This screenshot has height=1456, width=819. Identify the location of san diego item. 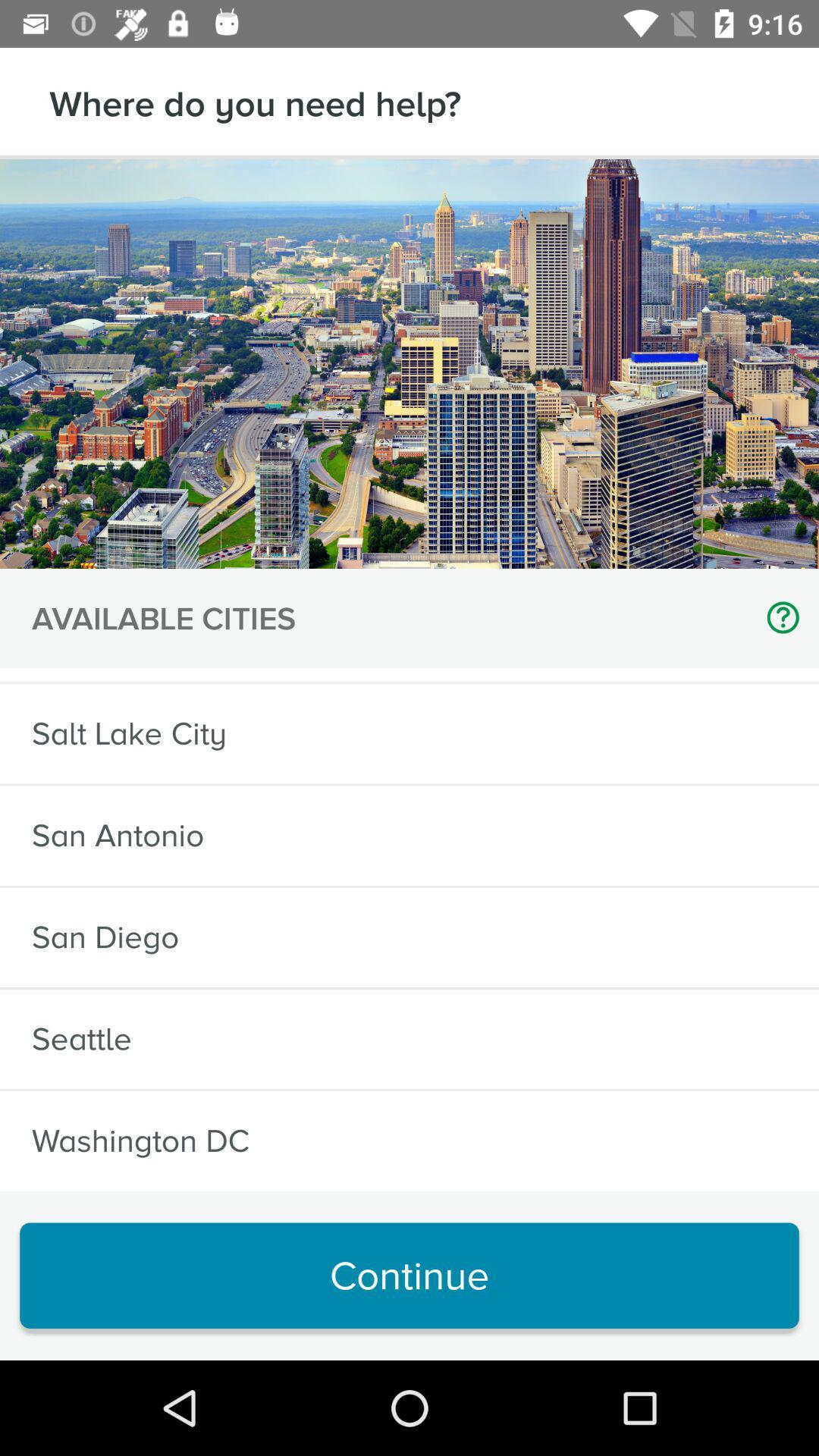
(105, 937).